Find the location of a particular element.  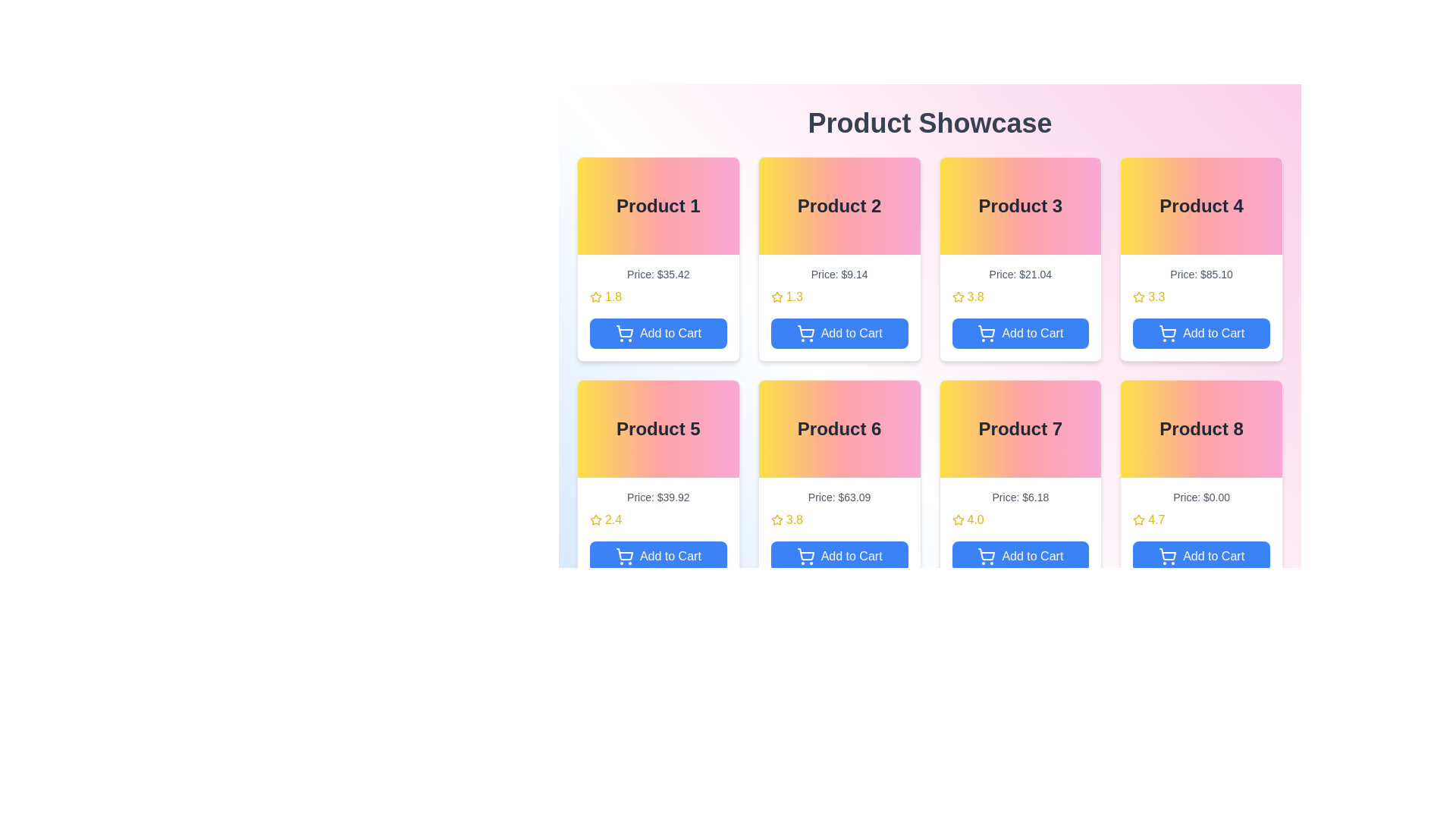

the shopping cart icon located within the 'Add to Cart' button for 'Product 3', which is outlined with a thin stroke in a minimalistic monochromatic design is located at coordinates (987, 331).